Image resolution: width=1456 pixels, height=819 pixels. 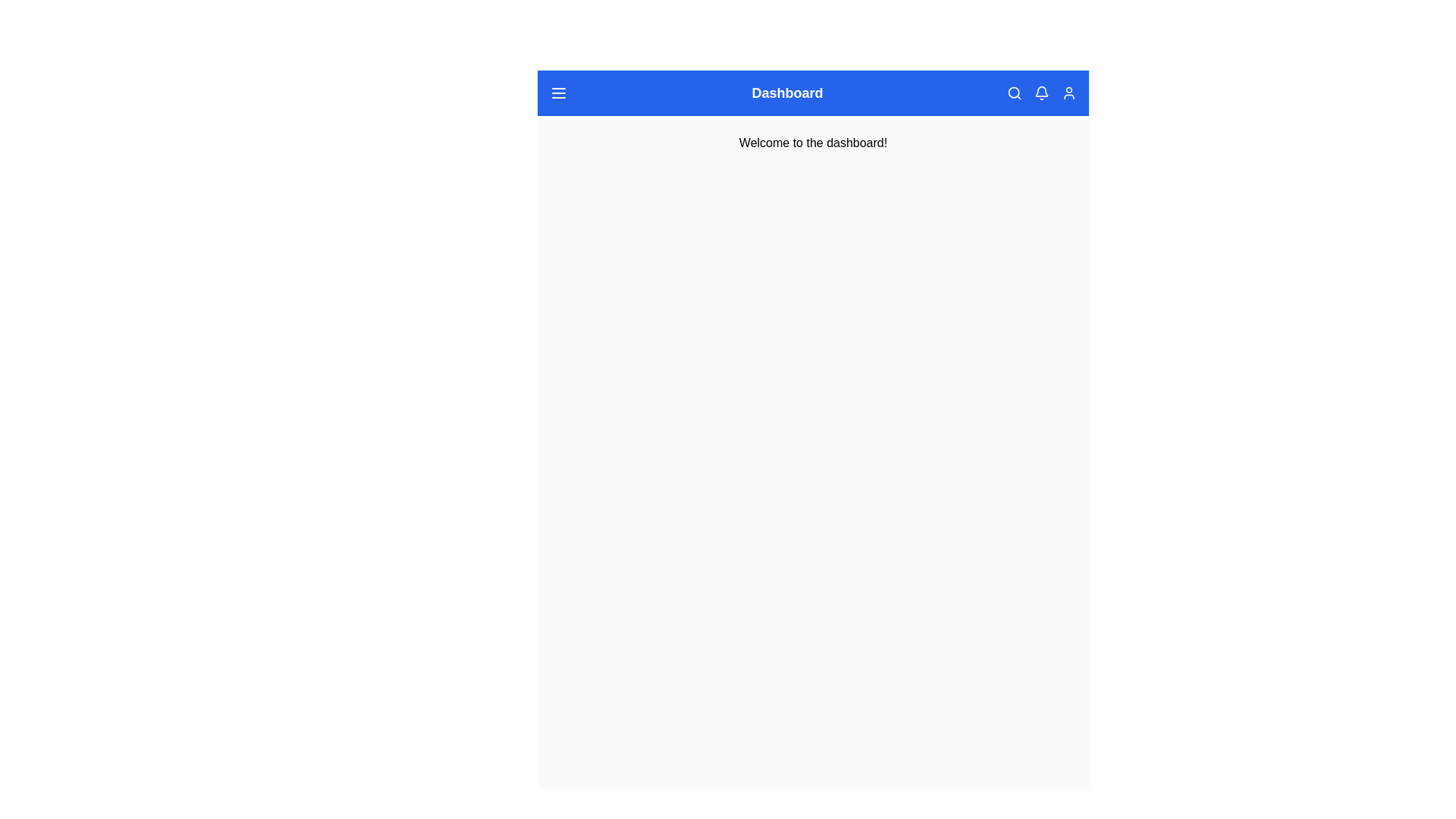 What do you see at coordinates (1015, 93) in the screenshot?
I see `the search icon button located at the top right of the app bar` at bounding box center [1015, 93].